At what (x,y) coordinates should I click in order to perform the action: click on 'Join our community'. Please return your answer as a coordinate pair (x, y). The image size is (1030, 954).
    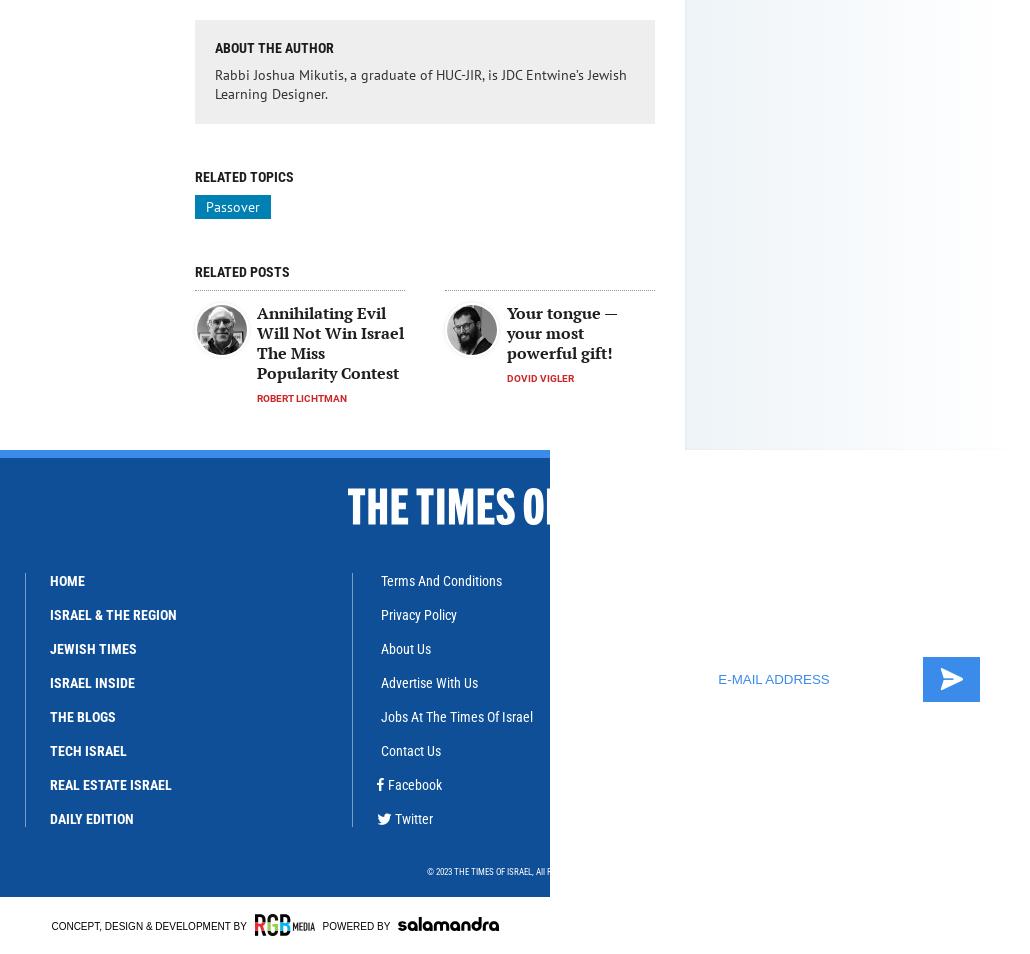
    Looking at the image, I should click on (759, 783).